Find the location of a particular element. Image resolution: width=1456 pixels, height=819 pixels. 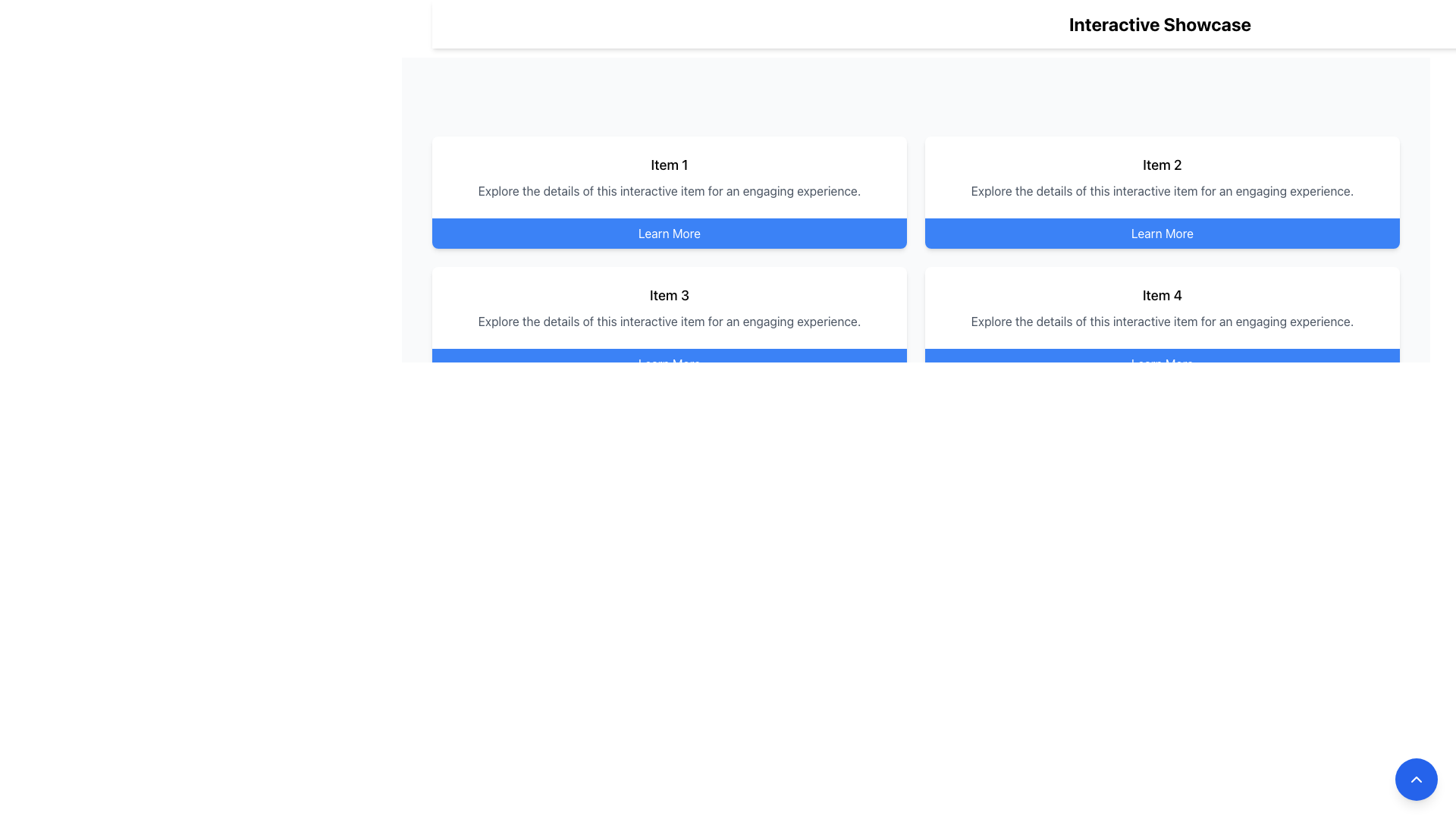

the text label providing details about the 'Item 3' panel, which is located just above the 'Learn More' button is located at coordinates (669, 321).